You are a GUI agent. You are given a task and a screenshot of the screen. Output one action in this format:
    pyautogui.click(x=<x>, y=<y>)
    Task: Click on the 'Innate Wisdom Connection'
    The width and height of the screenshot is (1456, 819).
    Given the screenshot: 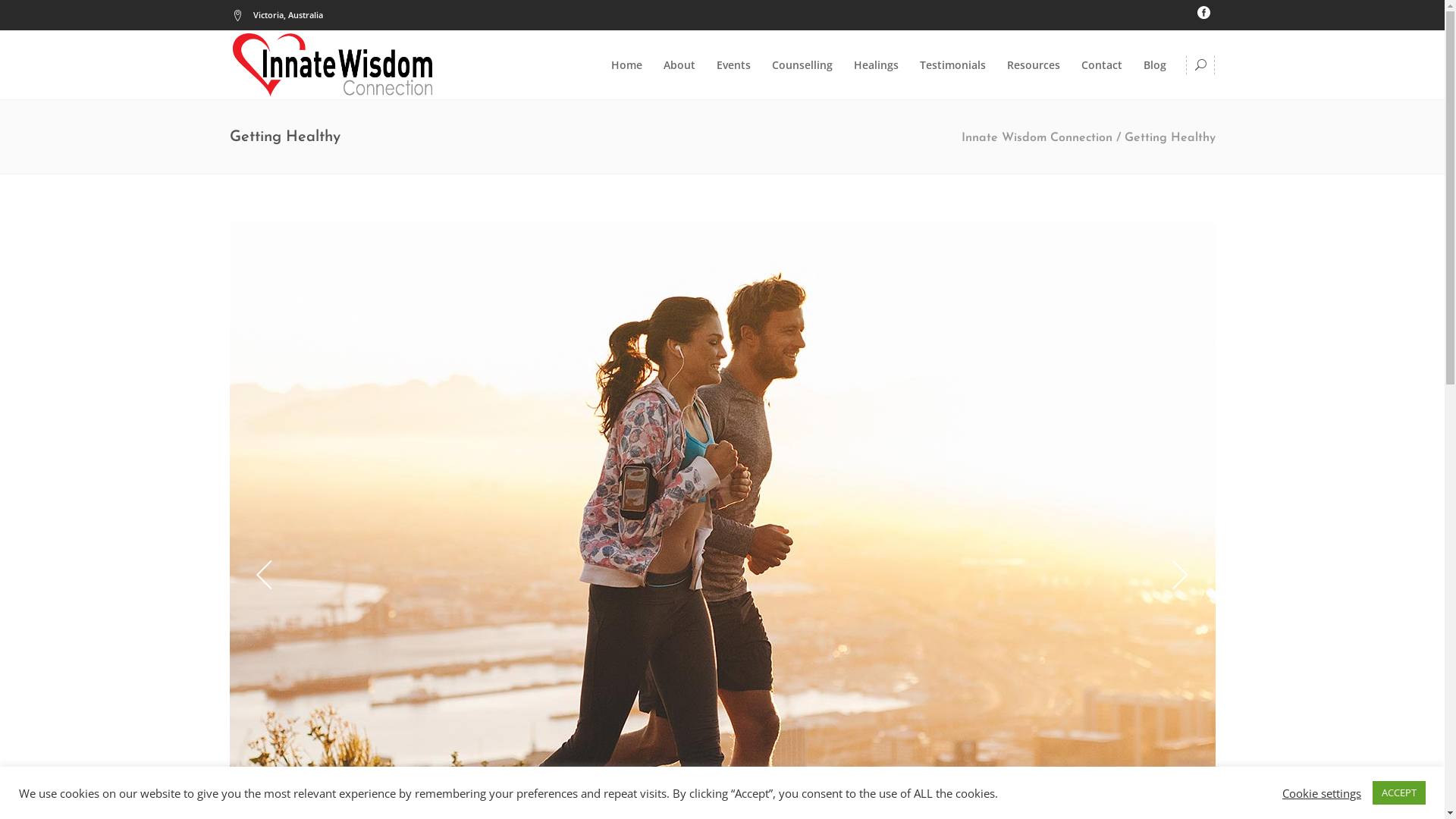 What is the action you would take?
    pyautogui.click(x=1036, y=137)
    